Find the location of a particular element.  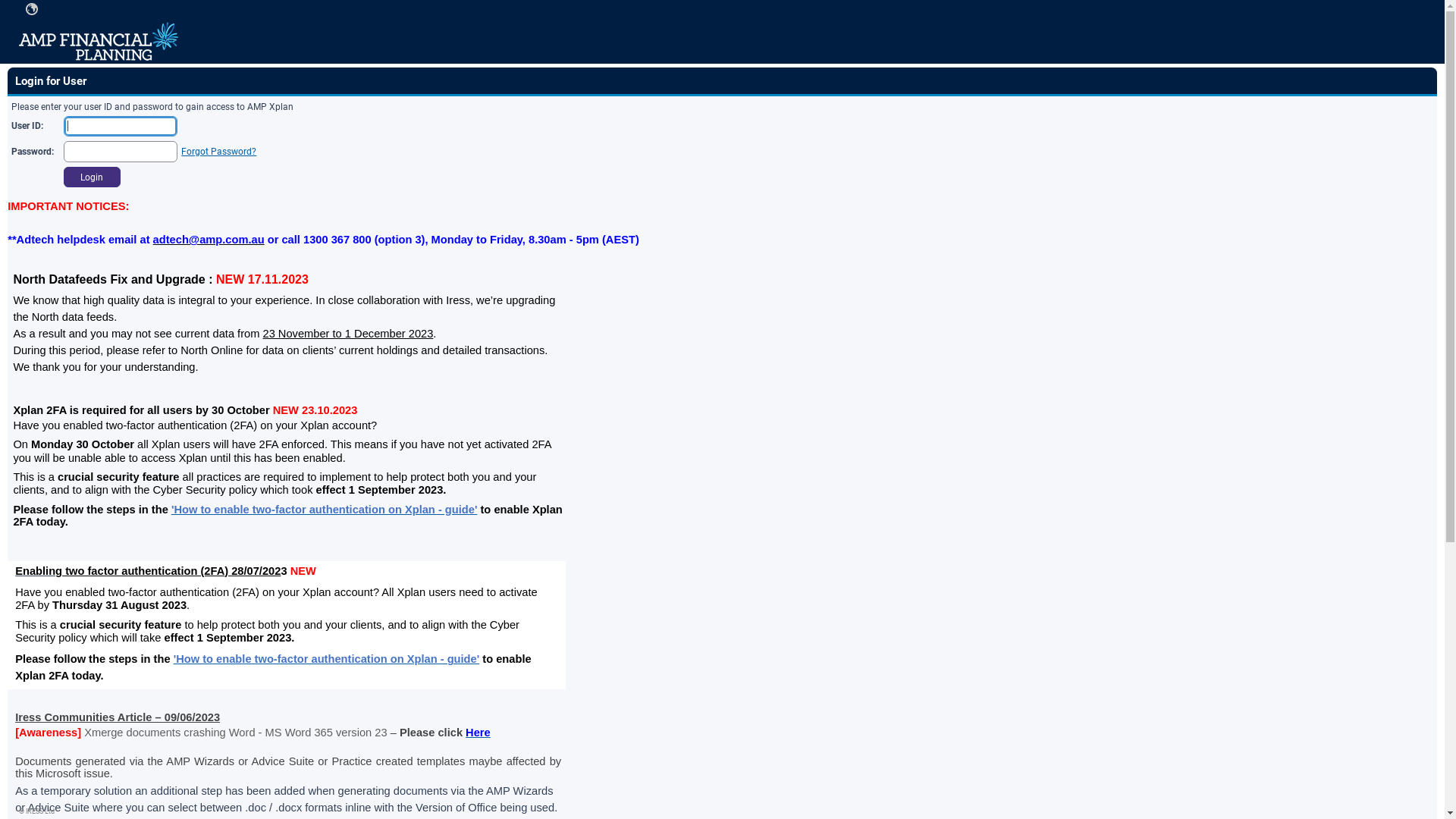

'Here' is located at coordinates (477, 731).